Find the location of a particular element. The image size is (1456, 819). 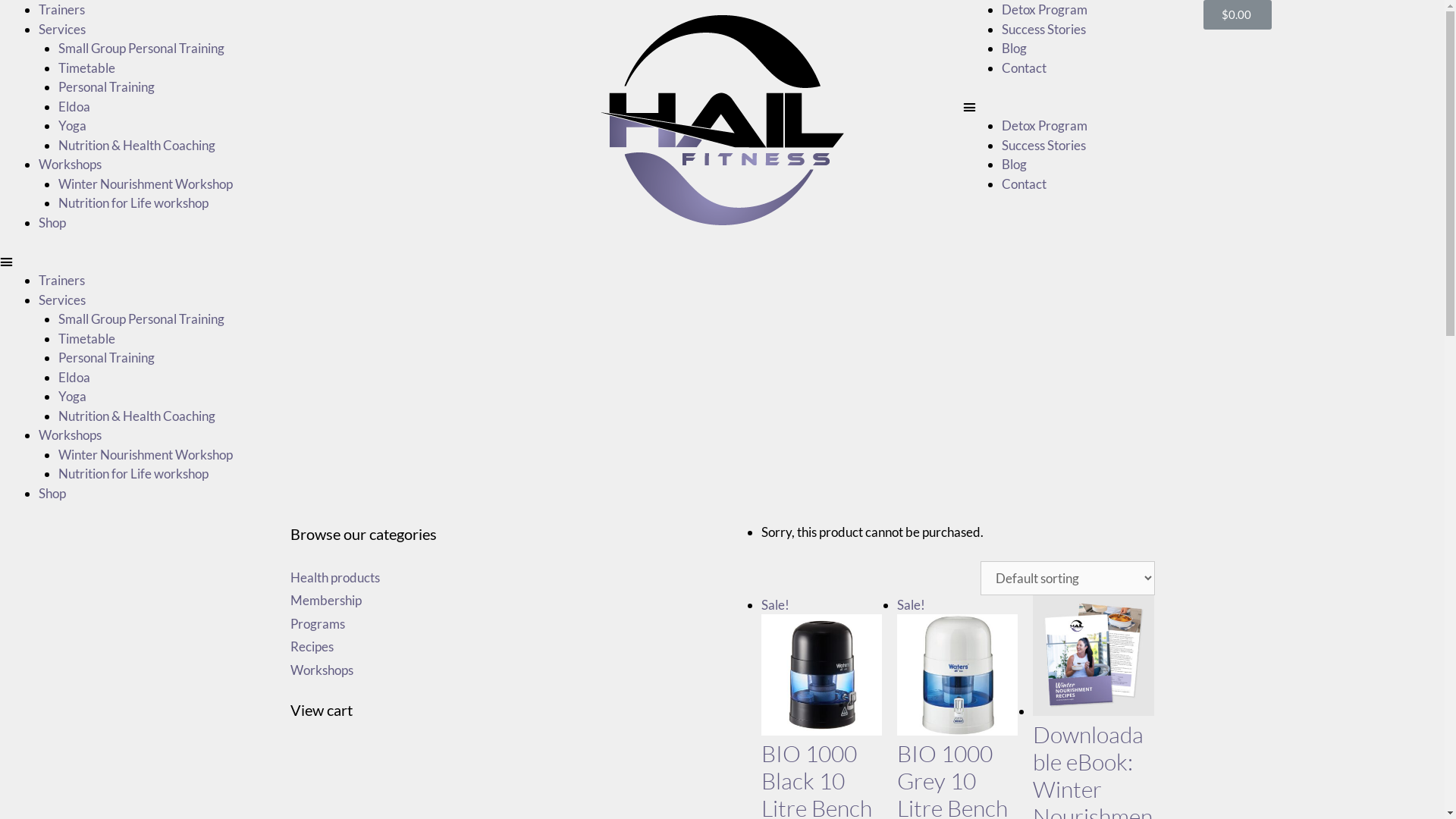

'Workshops' is located at coordinates (39, 164).